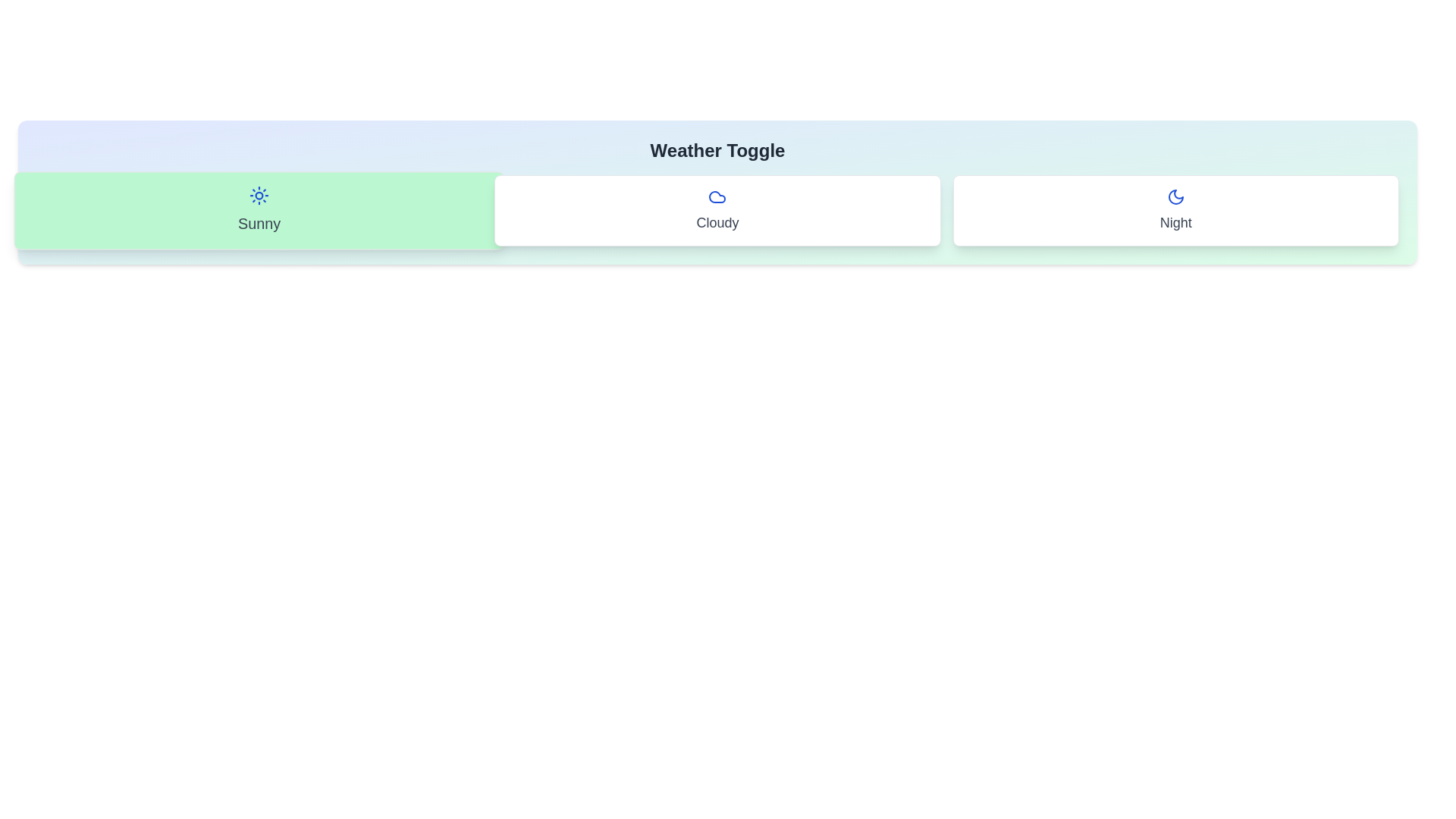  I want to click on the 'Cloudy' option in the WeatherToggle component to toggle its state, so click(717, 210).